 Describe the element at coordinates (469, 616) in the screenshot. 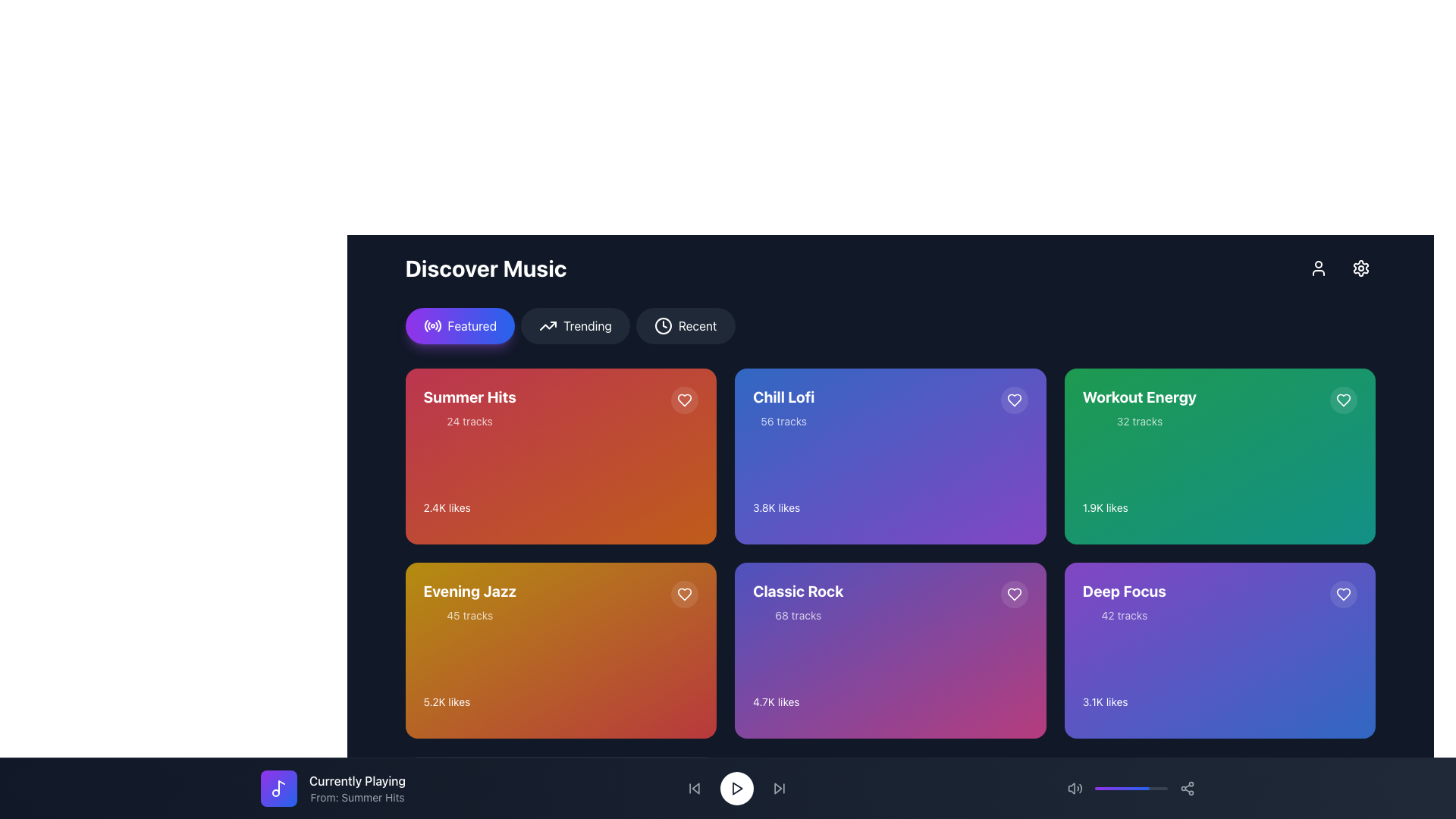

I see `the text label indicating the quantity of tracks for the 'Evening Jazz' playlist, located below the title in the bottom-left quadrant of the 'Discover Music' section` at that location.